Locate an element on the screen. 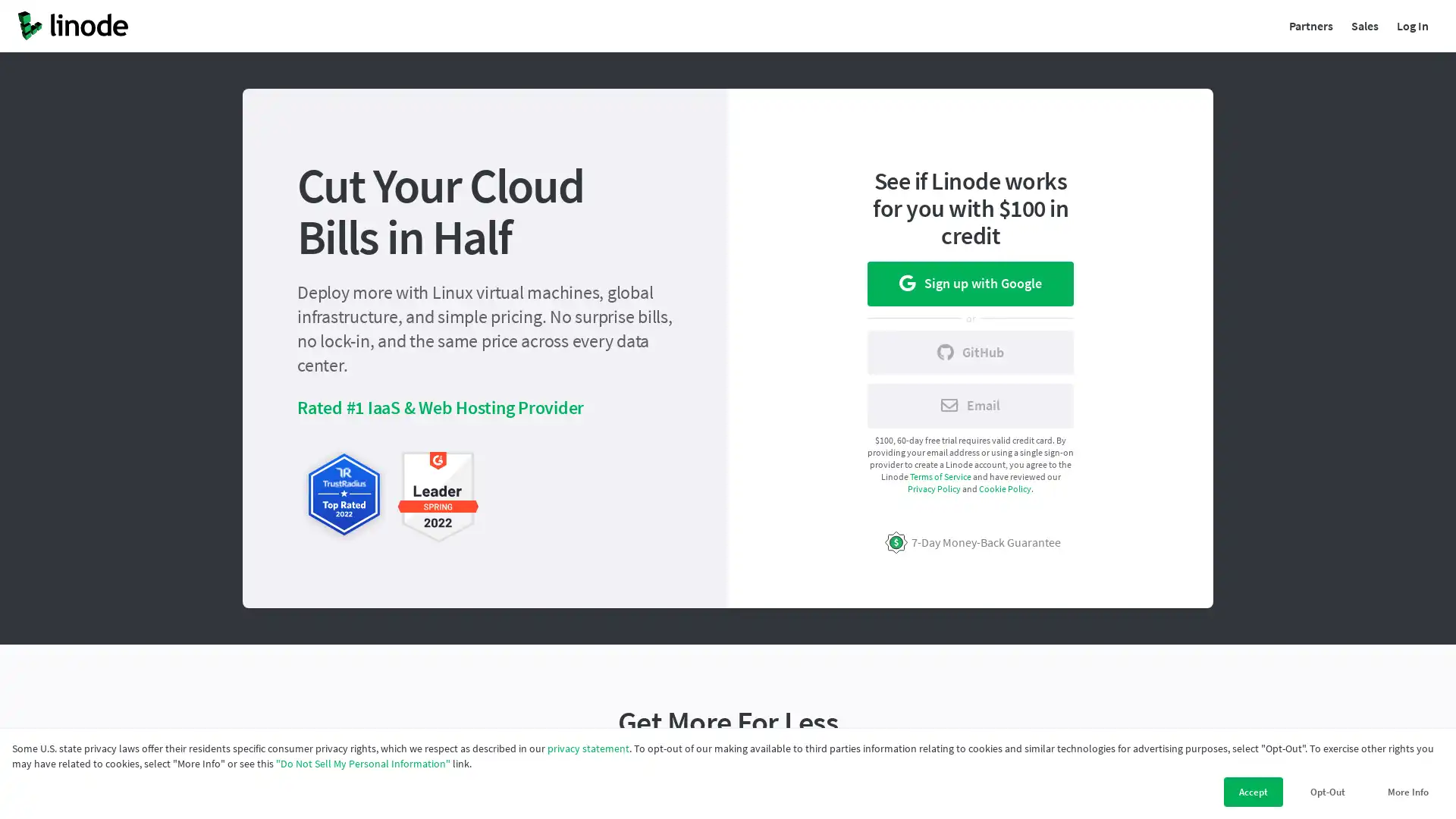 The image size is (1456, 819). Accept is located at coordinates (1253, 791).